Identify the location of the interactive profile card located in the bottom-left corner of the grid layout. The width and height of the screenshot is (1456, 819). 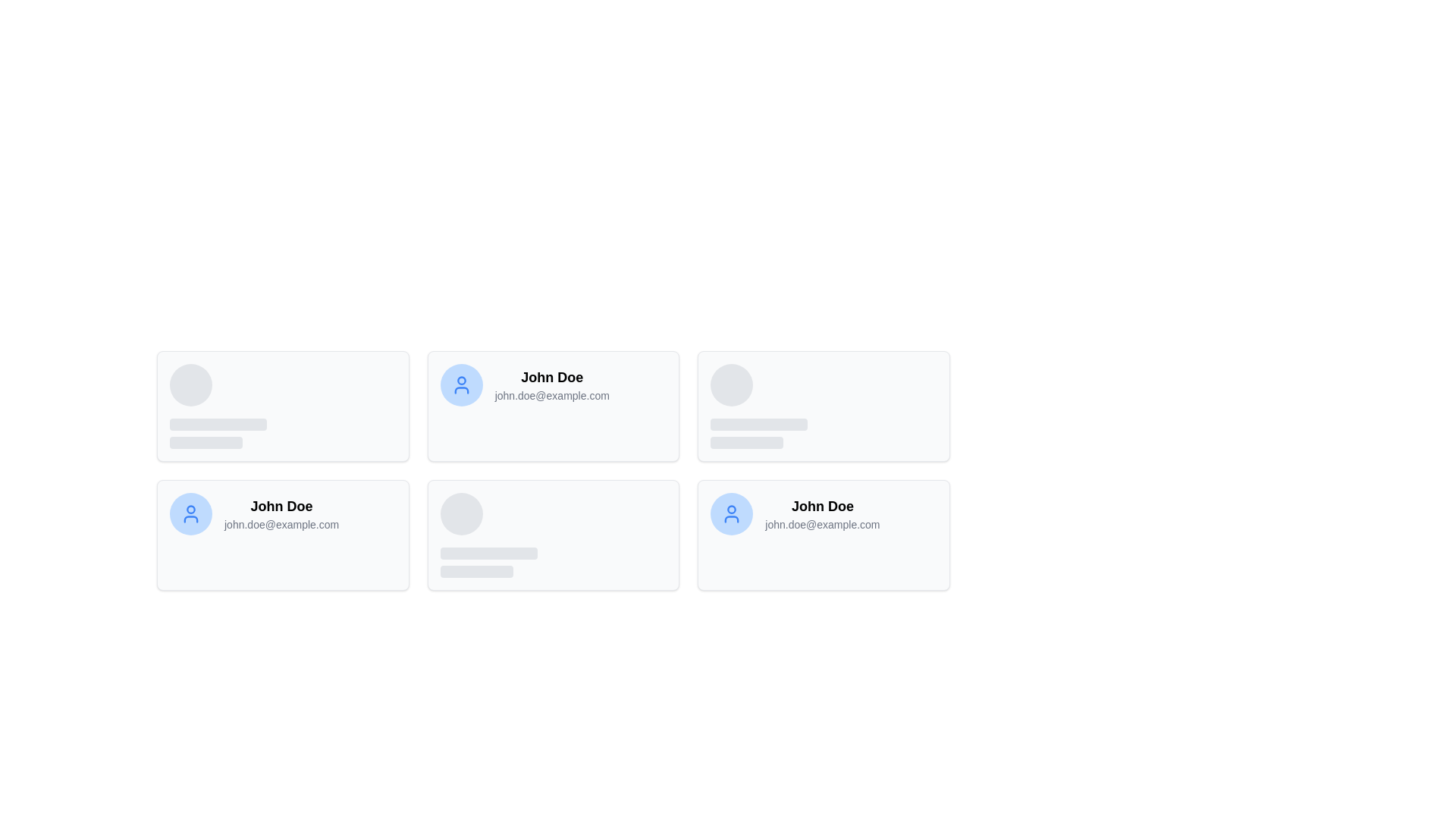
(283, 534).